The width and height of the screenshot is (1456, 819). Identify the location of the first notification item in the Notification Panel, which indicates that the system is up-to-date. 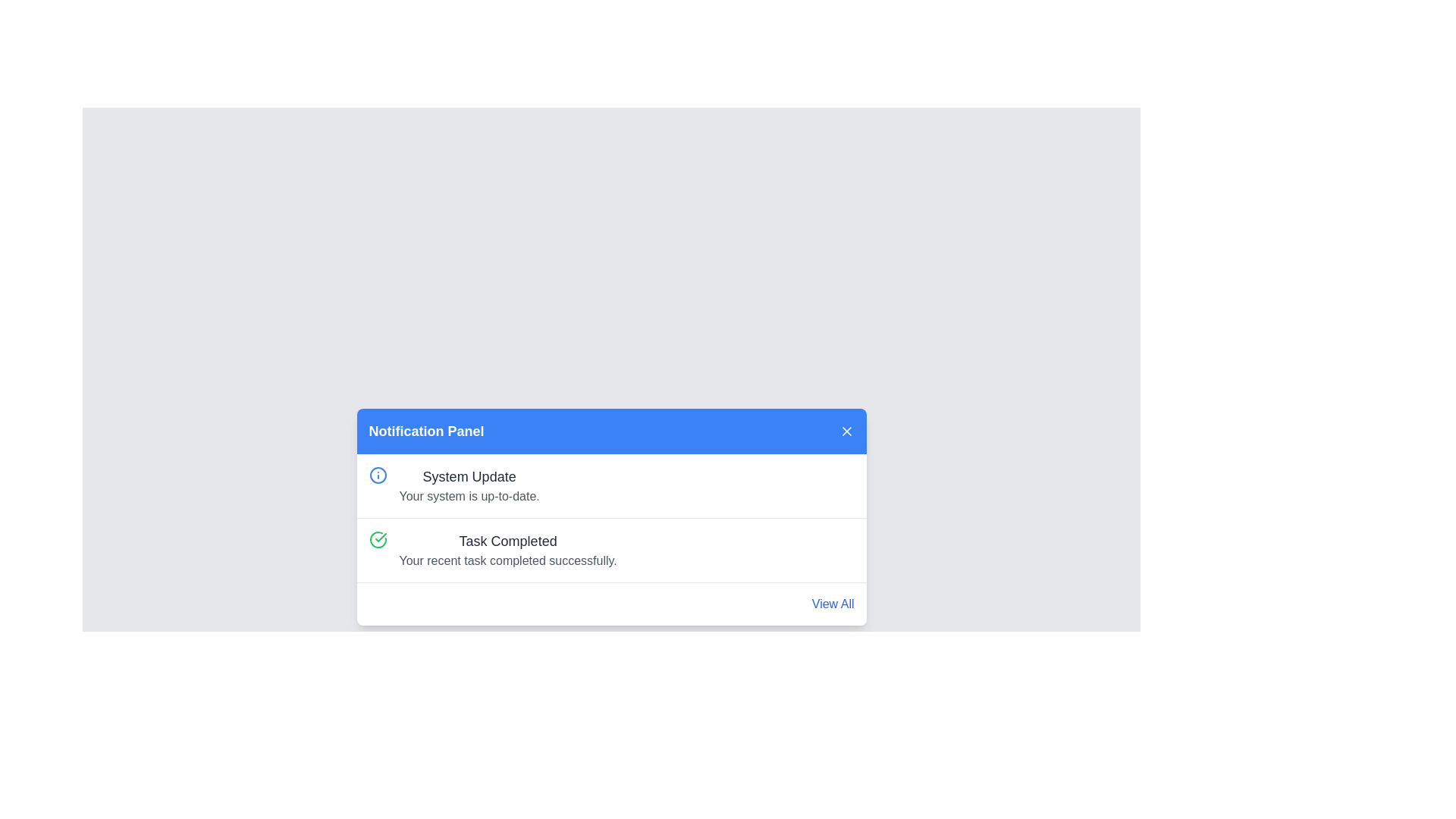
(611, 485).